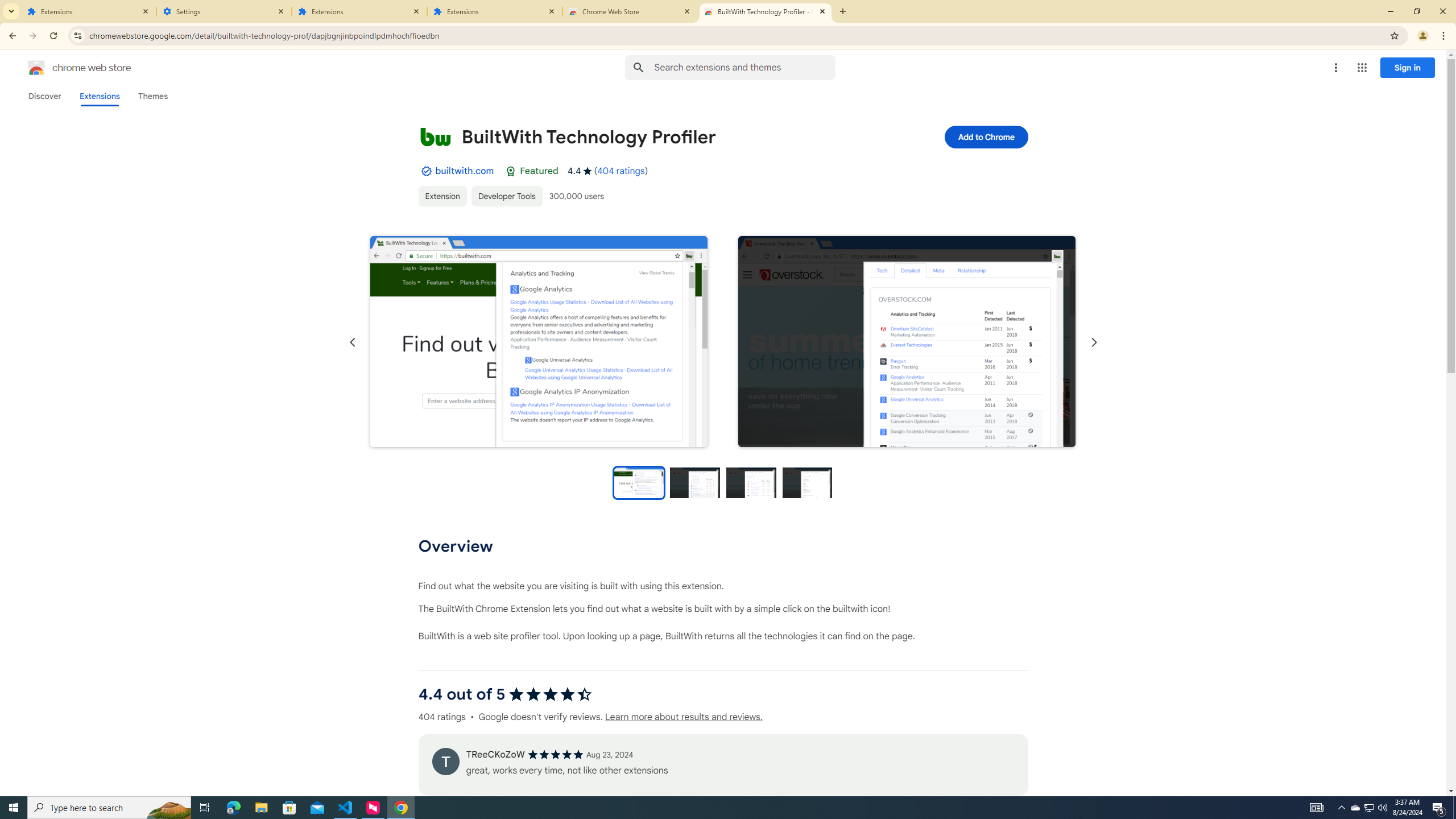 The image size is (1456, 819). I want to click on '404 ratings', so click(621, 170).